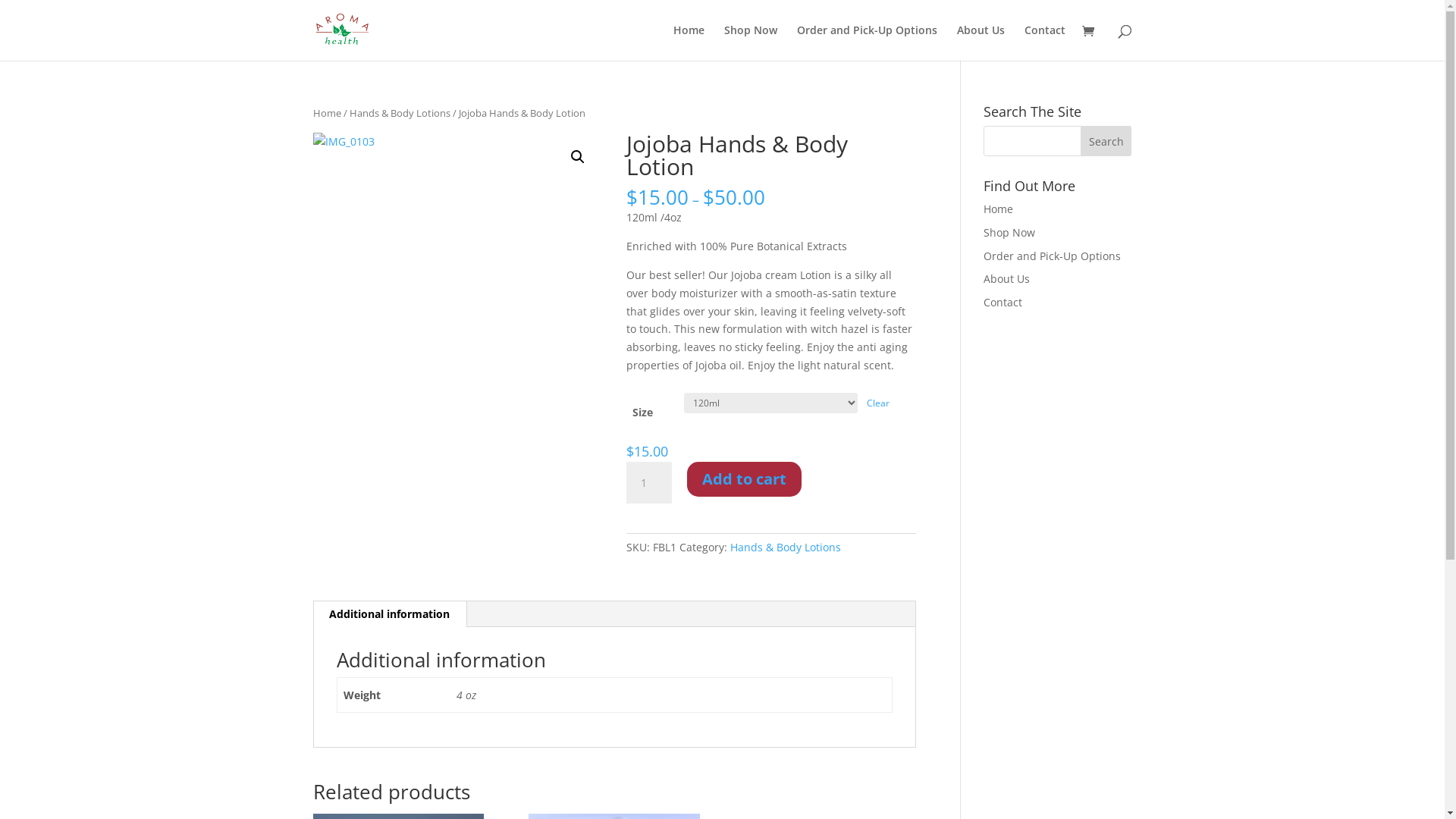  Describe the element at coordinates (981, 42) in the screenshot. I see `'About Us'` at that location.